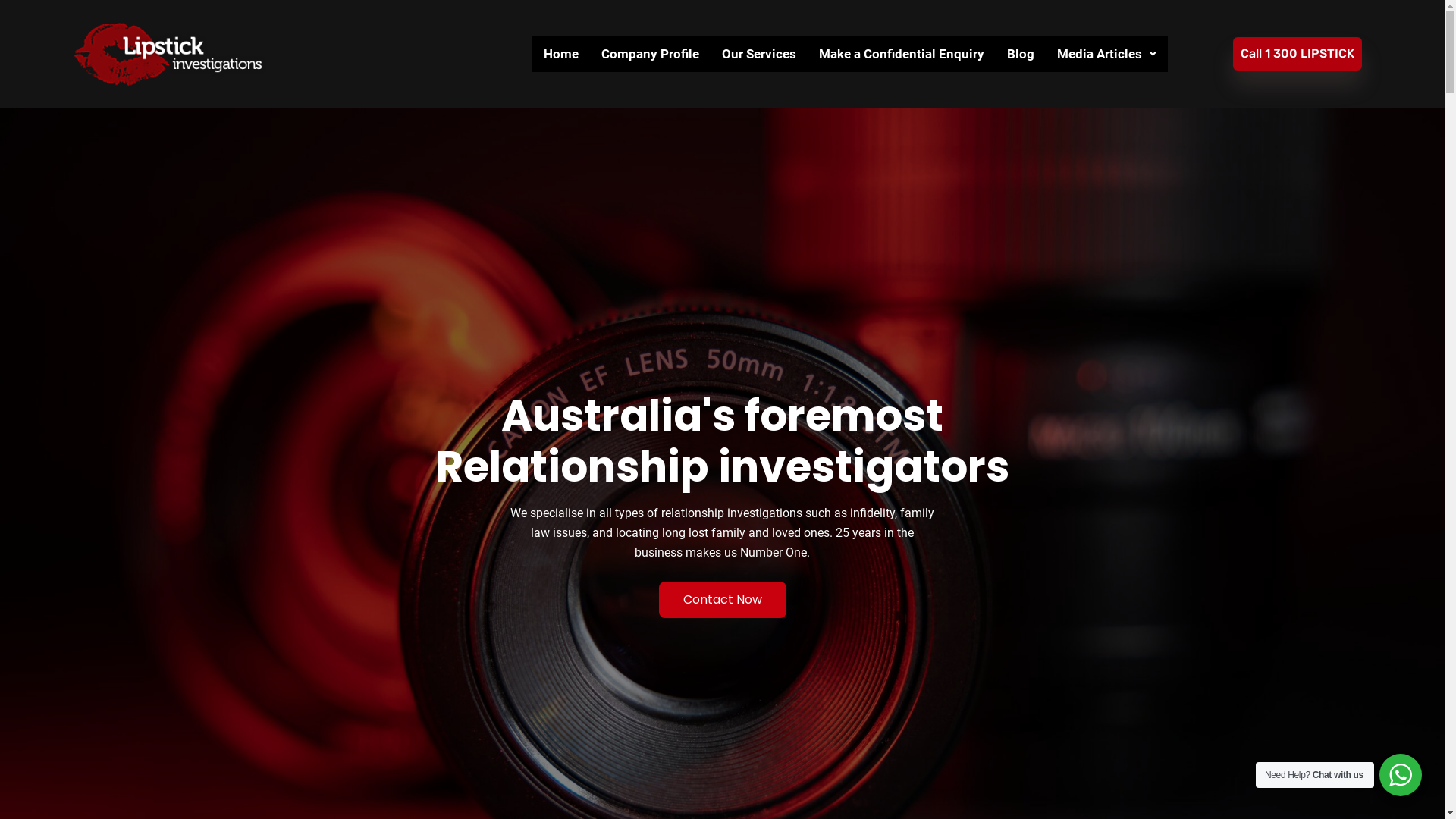 This screenshot has height=819, width=1456. Describe the element at coordinates (1020, 53) in the screenshot. I see `'Blog'` at that location.